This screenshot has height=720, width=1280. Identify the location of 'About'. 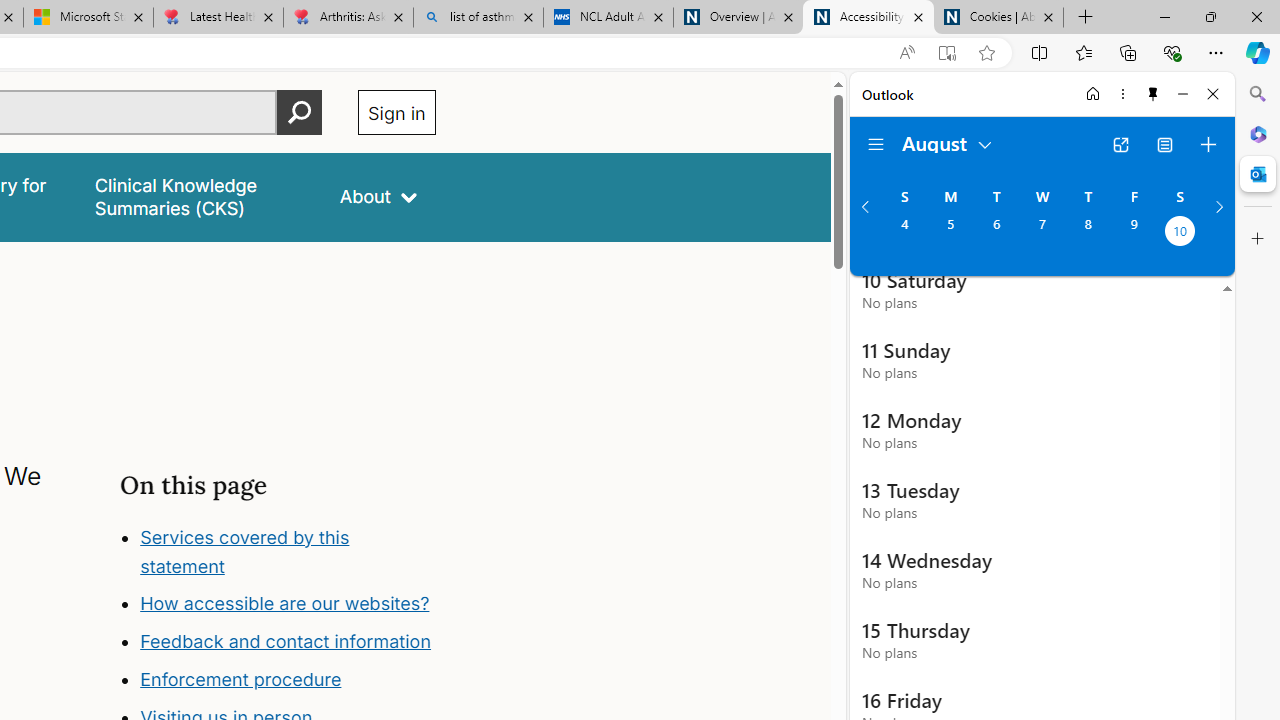
(378, 197).